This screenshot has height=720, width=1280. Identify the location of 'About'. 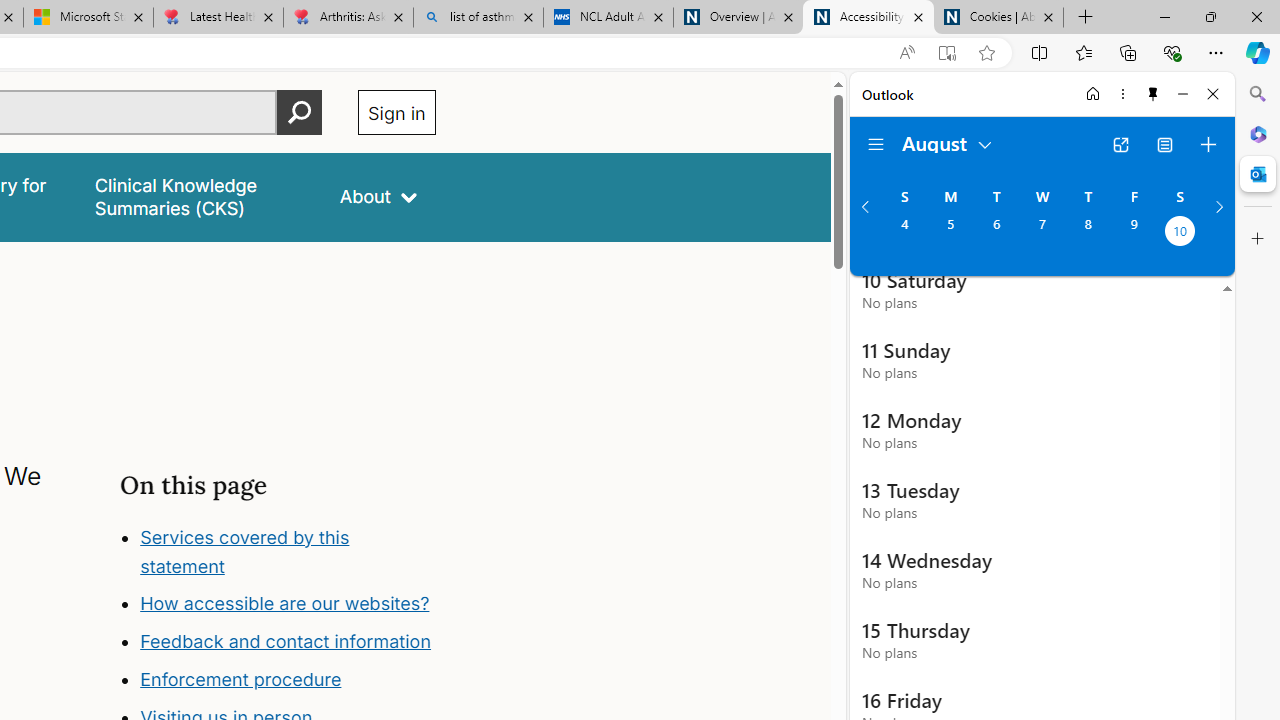
(378, 197).